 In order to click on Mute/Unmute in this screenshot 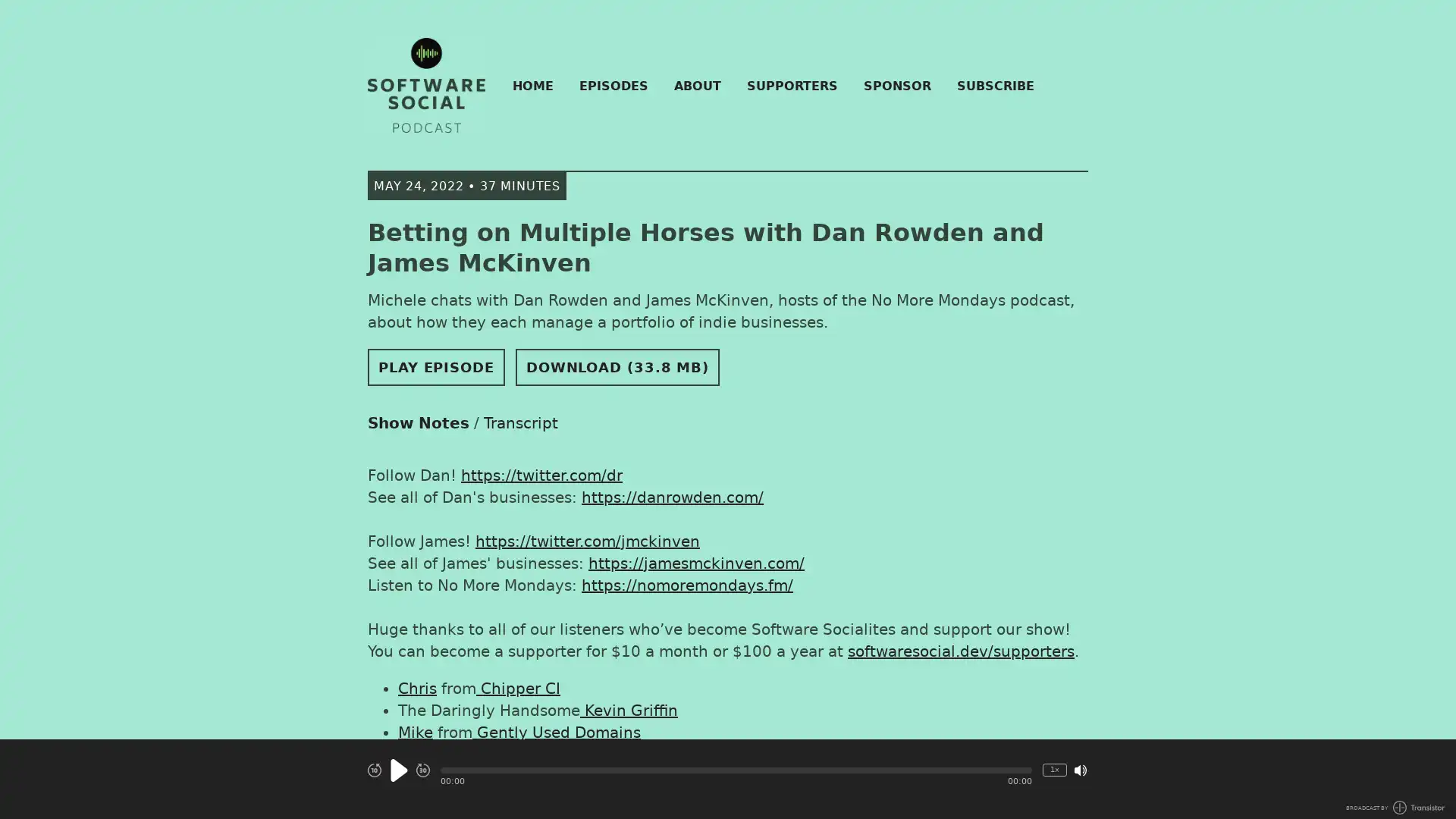, I will do `click(1080, 769)`.